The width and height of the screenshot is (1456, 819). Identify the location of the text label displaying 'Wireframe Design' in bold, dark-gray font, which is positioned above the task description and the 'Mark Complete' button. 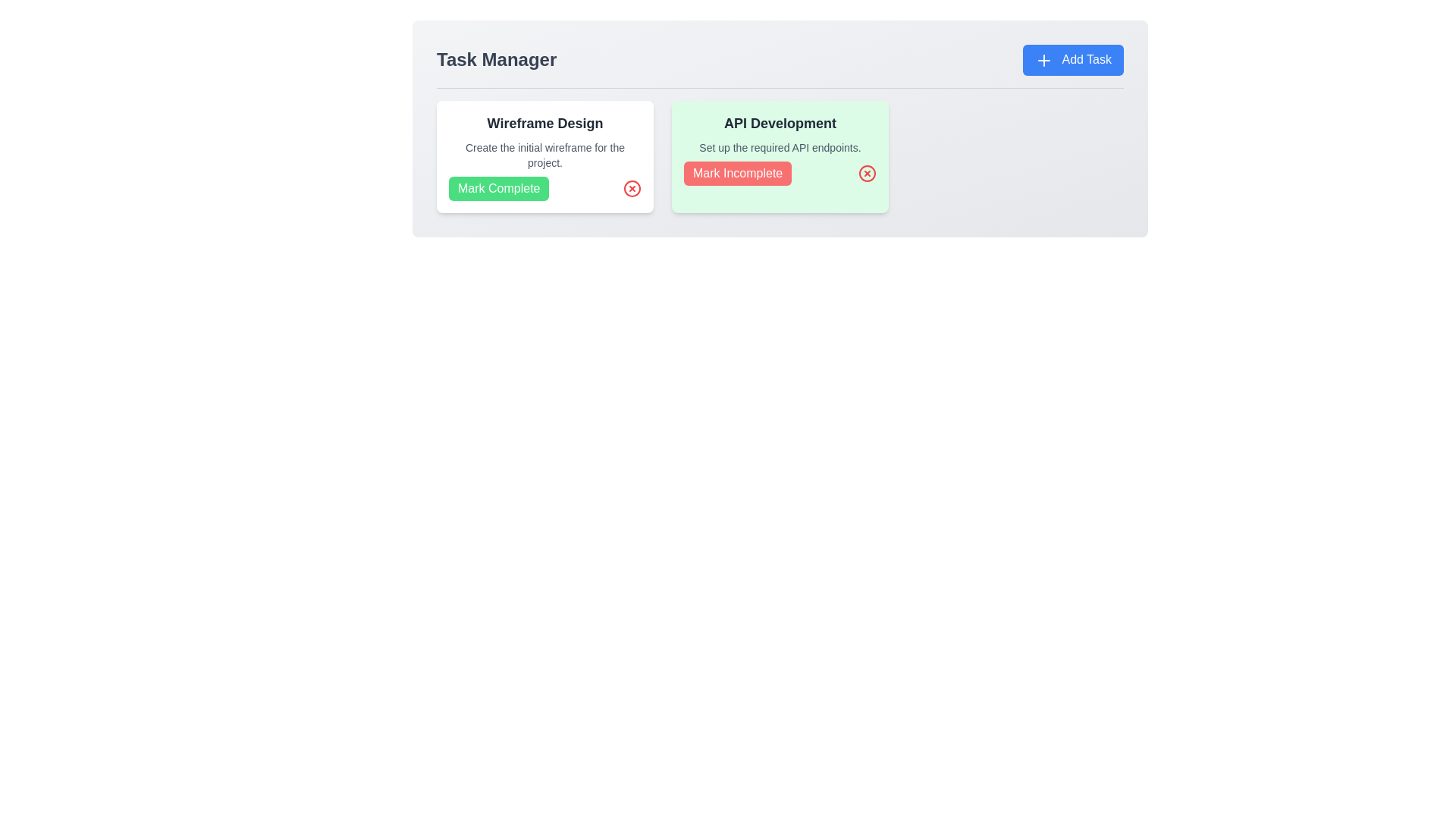
(545, 122).